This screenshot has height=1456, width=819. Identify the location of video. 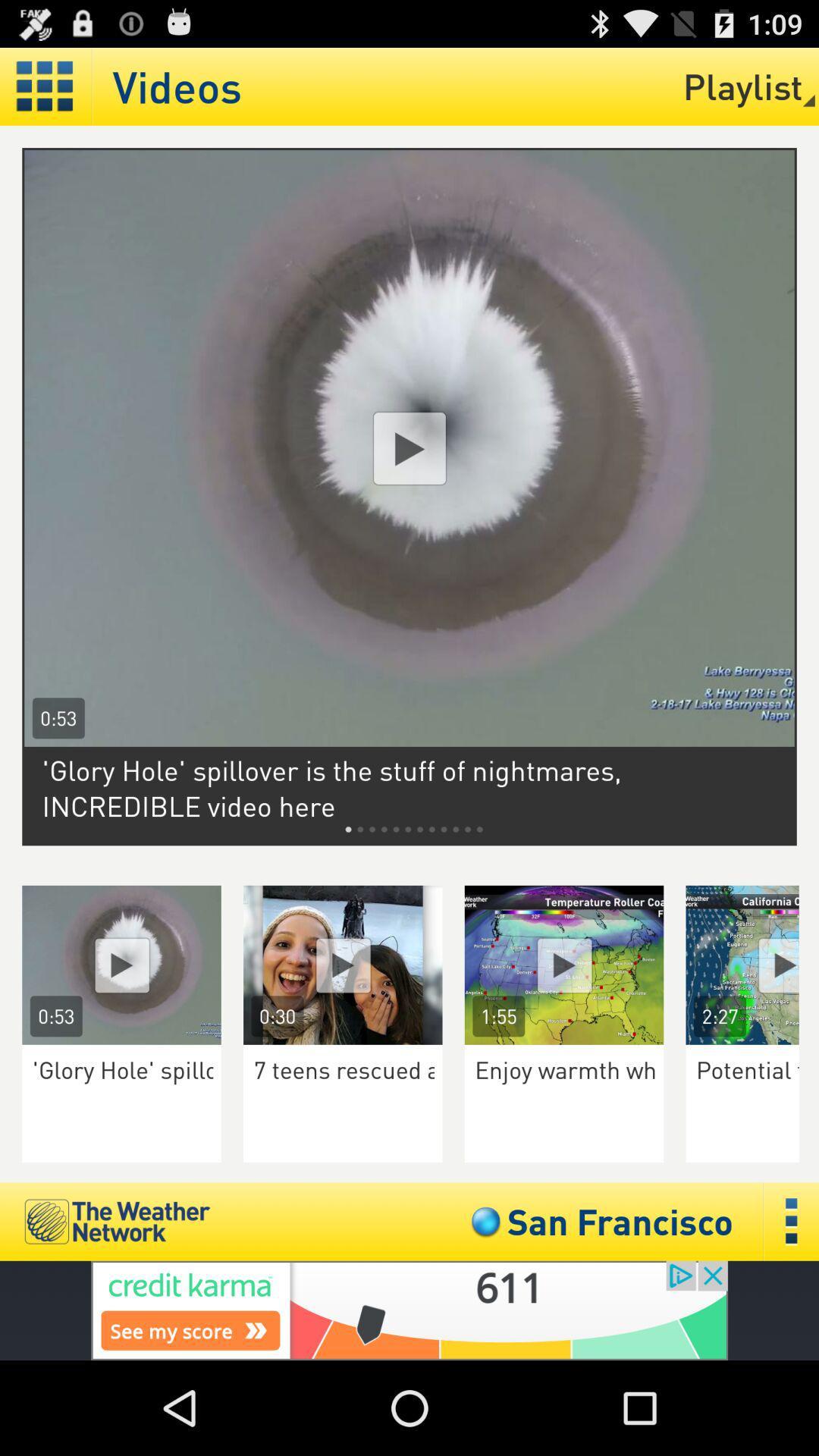
(121, 964).